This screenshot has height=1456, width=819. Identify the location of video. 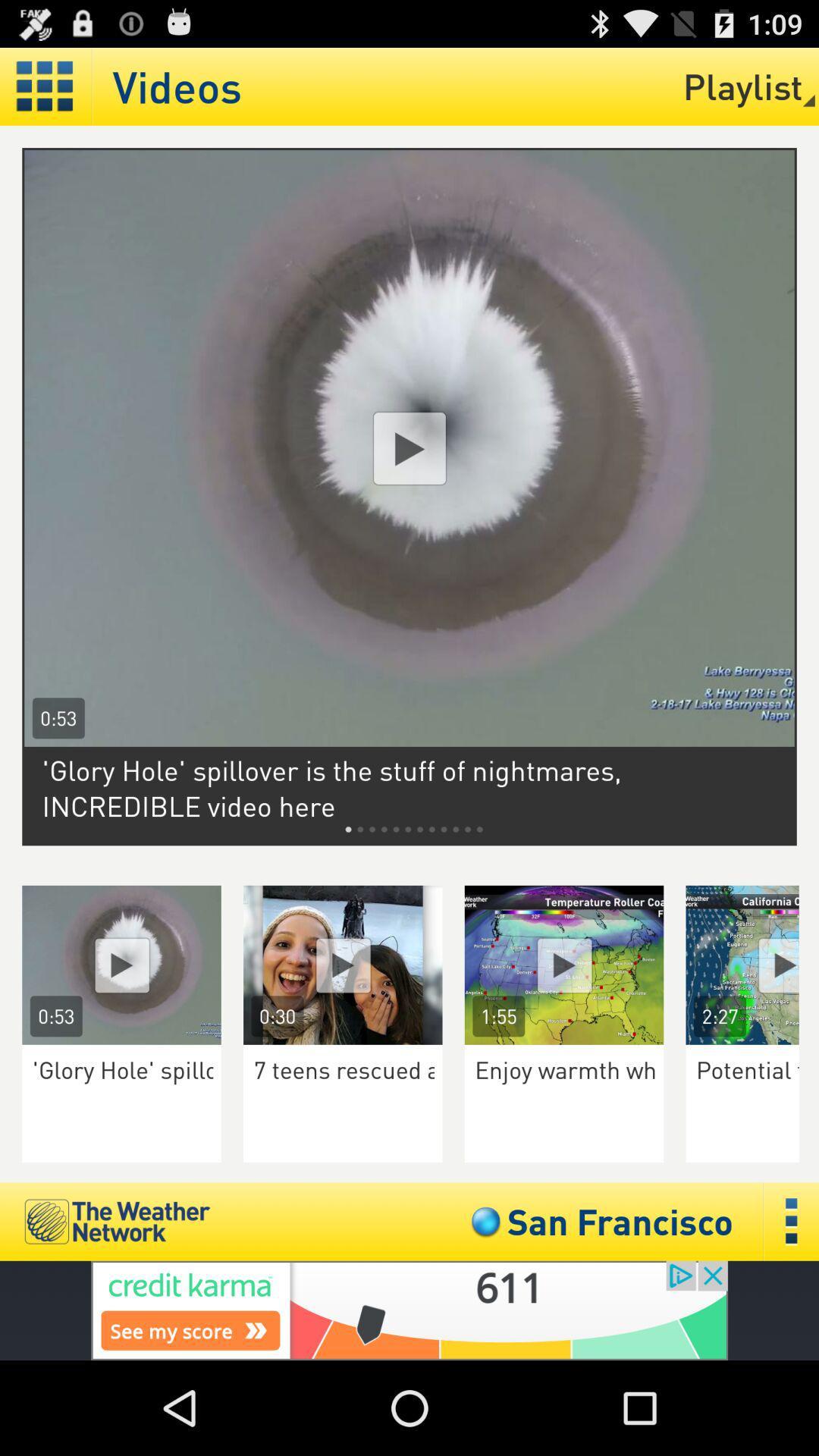
(121, 964).